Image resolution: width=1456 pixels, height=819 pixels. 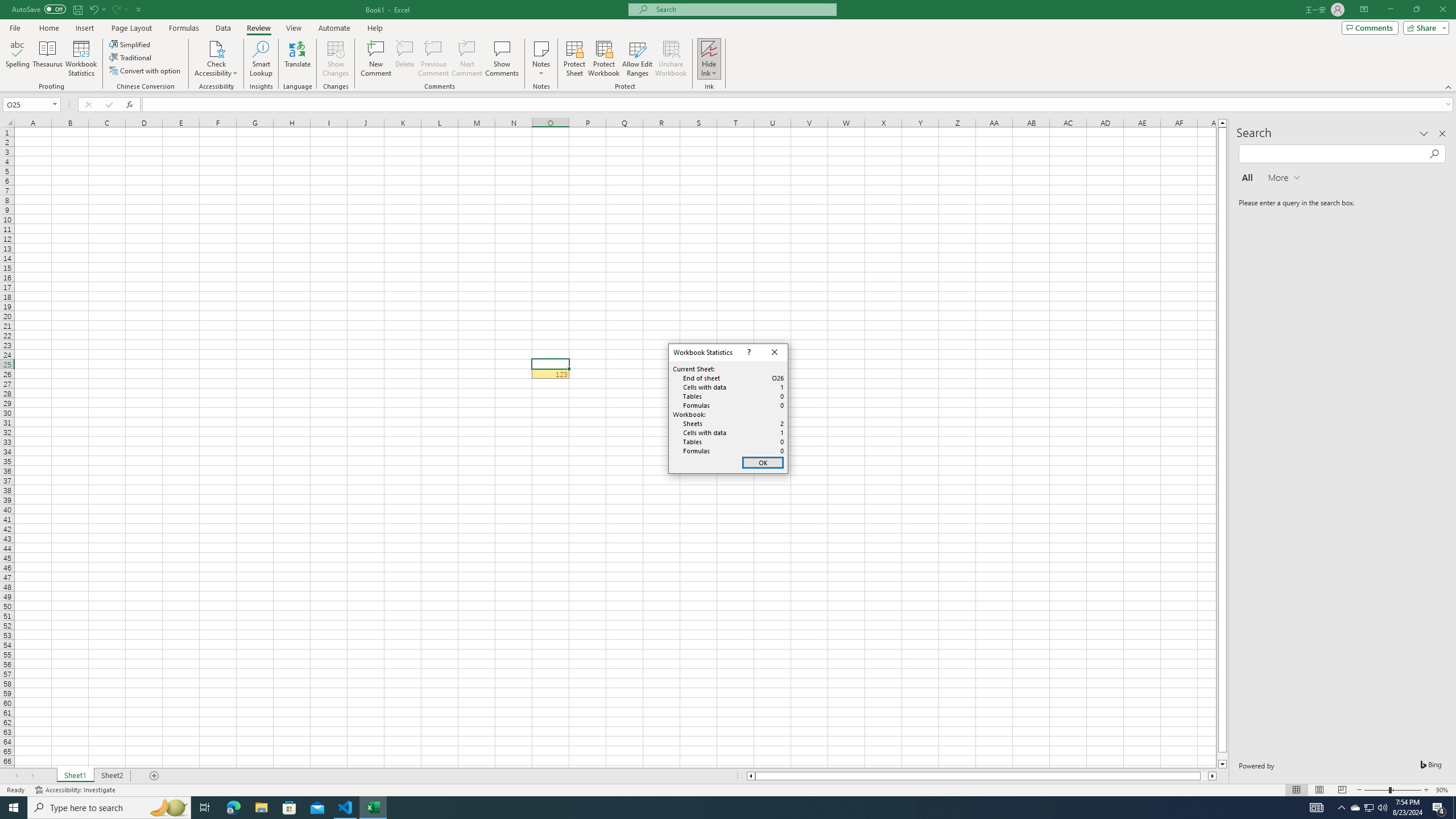 I want to click on 'Visual Studio Code - 1 running window', so click(x=345, y=806).